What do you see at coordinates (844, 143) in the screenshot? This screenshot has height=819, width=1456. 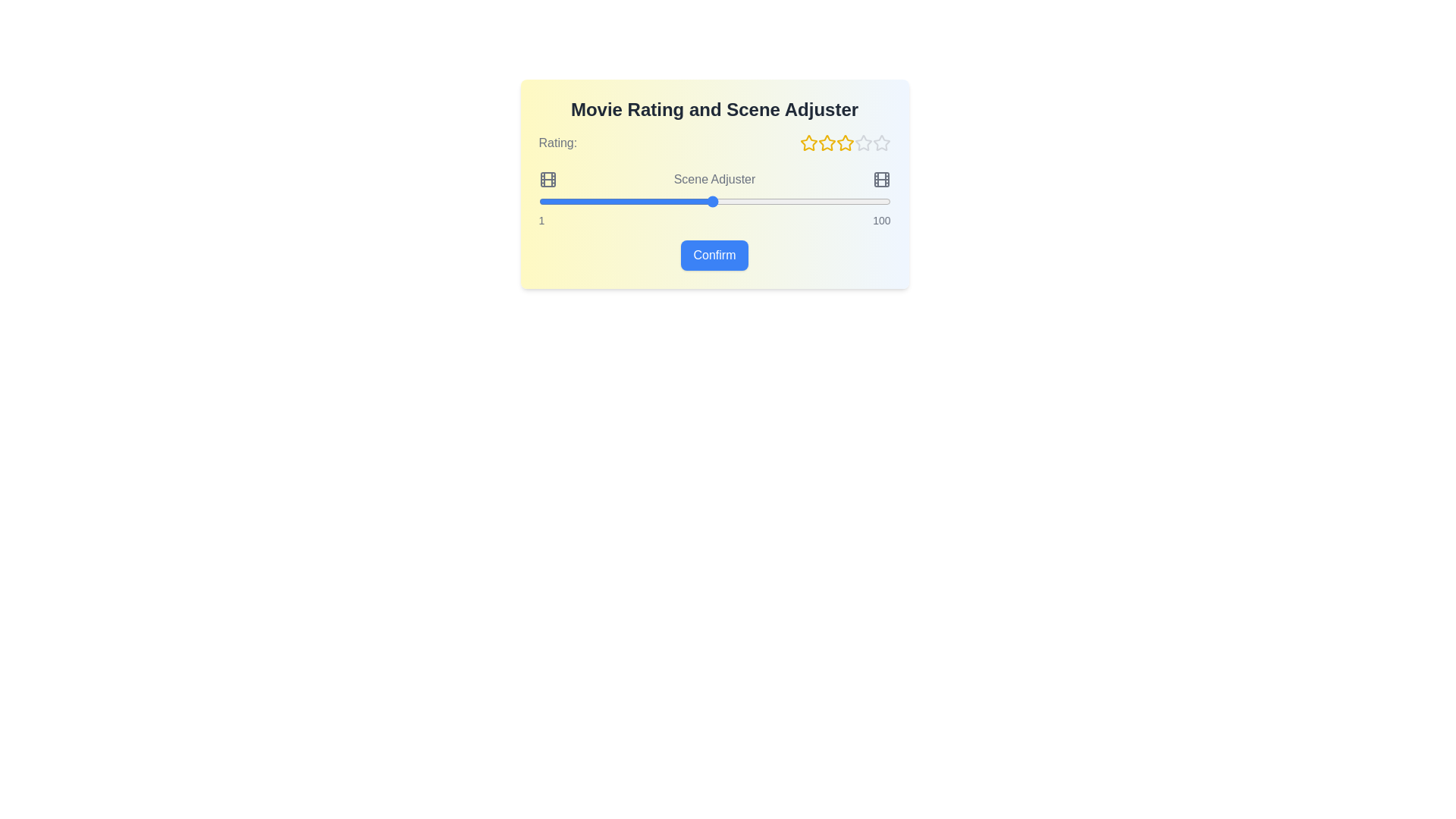 I see `the star corresponding to the desired rating of 3 stars` at bounding box center [844, 143].